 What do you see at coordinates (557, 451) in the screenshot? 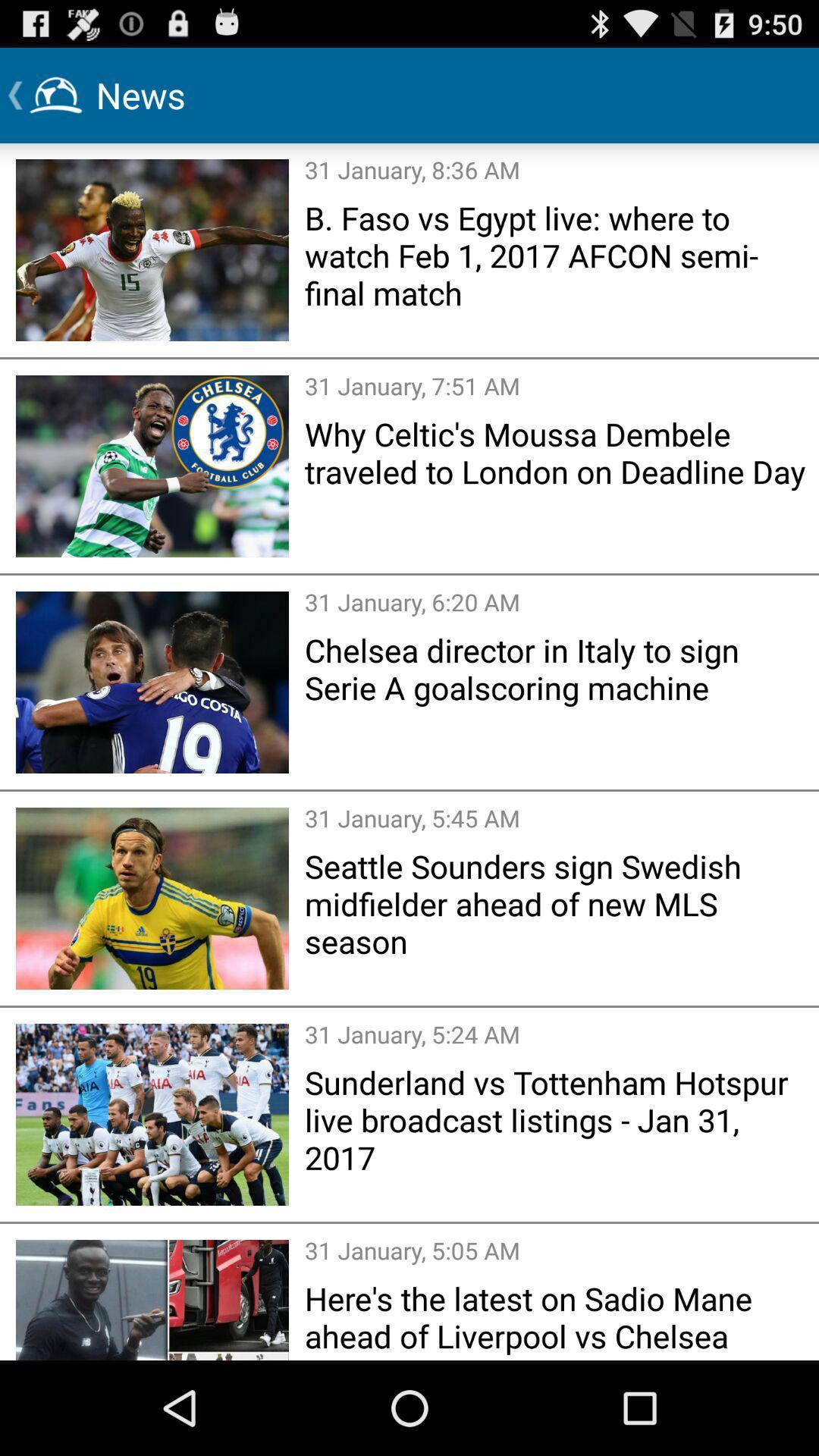
I see `item above the 31 january 6 item` at bounding box center [557, 451].